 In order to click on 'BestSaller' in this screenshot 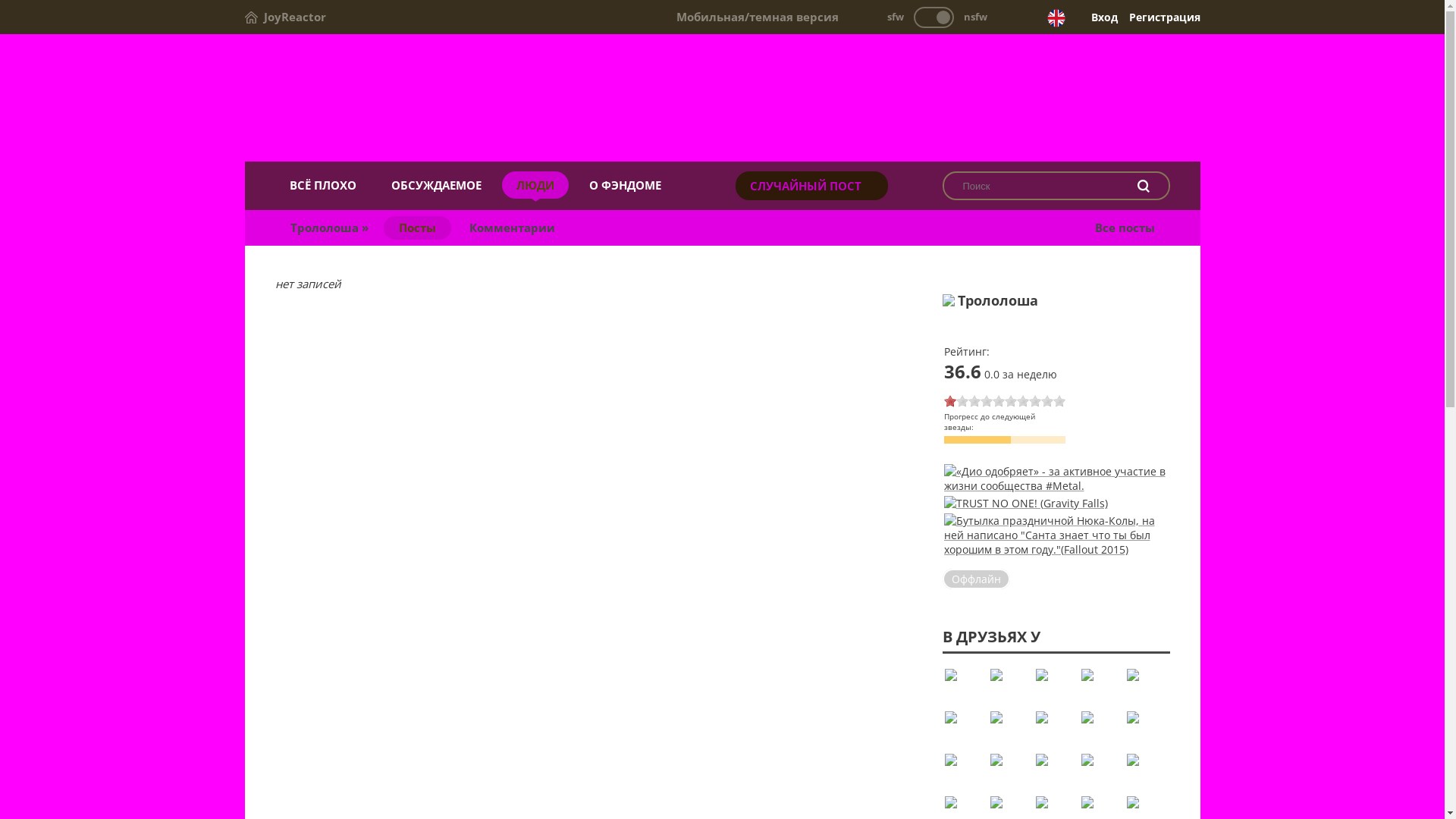, I will do `click(1054, 770)`.